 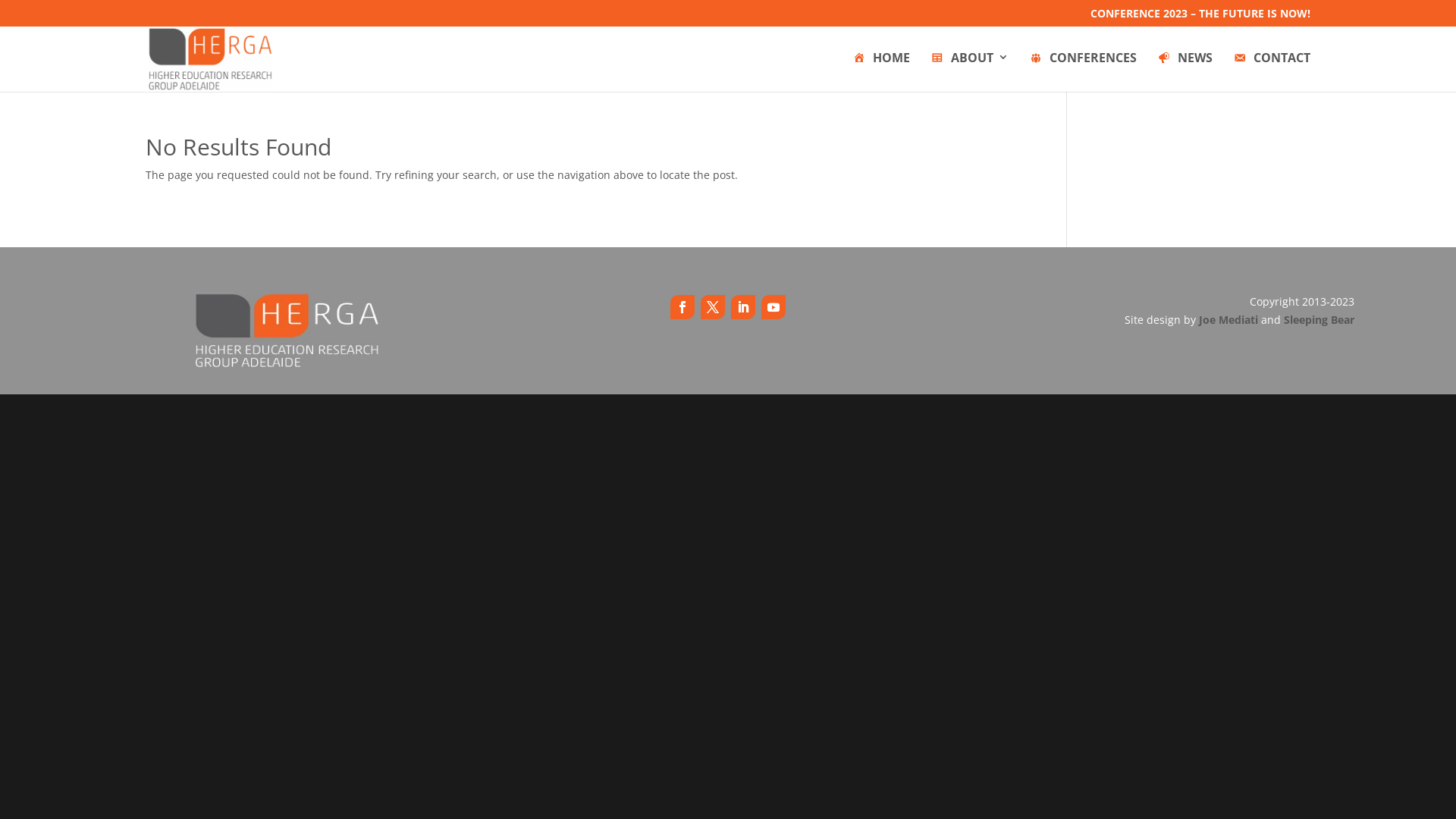 I want to click on 'HOME', so click(x=880, y=71).